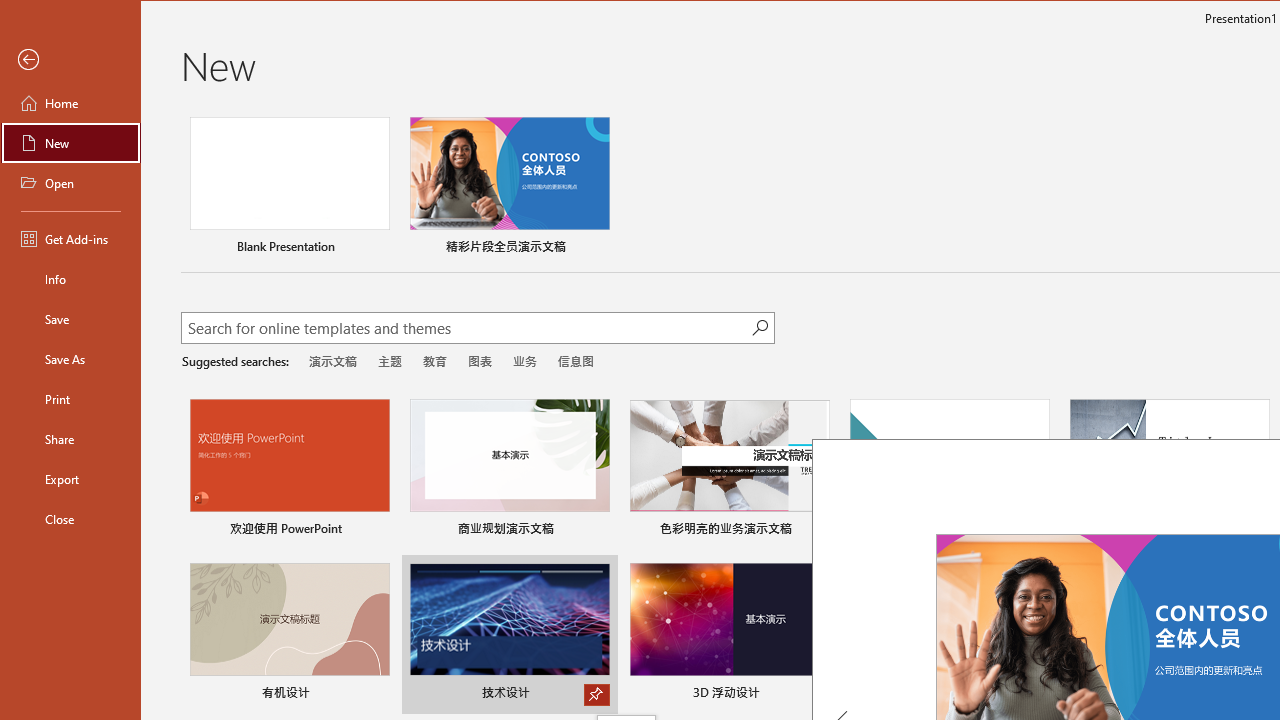 This screenshot has height=720, width=1280. Describe the element at coordinates (466, 329) in the screenshot. I see `'Search for online templates and themes'` at that location.